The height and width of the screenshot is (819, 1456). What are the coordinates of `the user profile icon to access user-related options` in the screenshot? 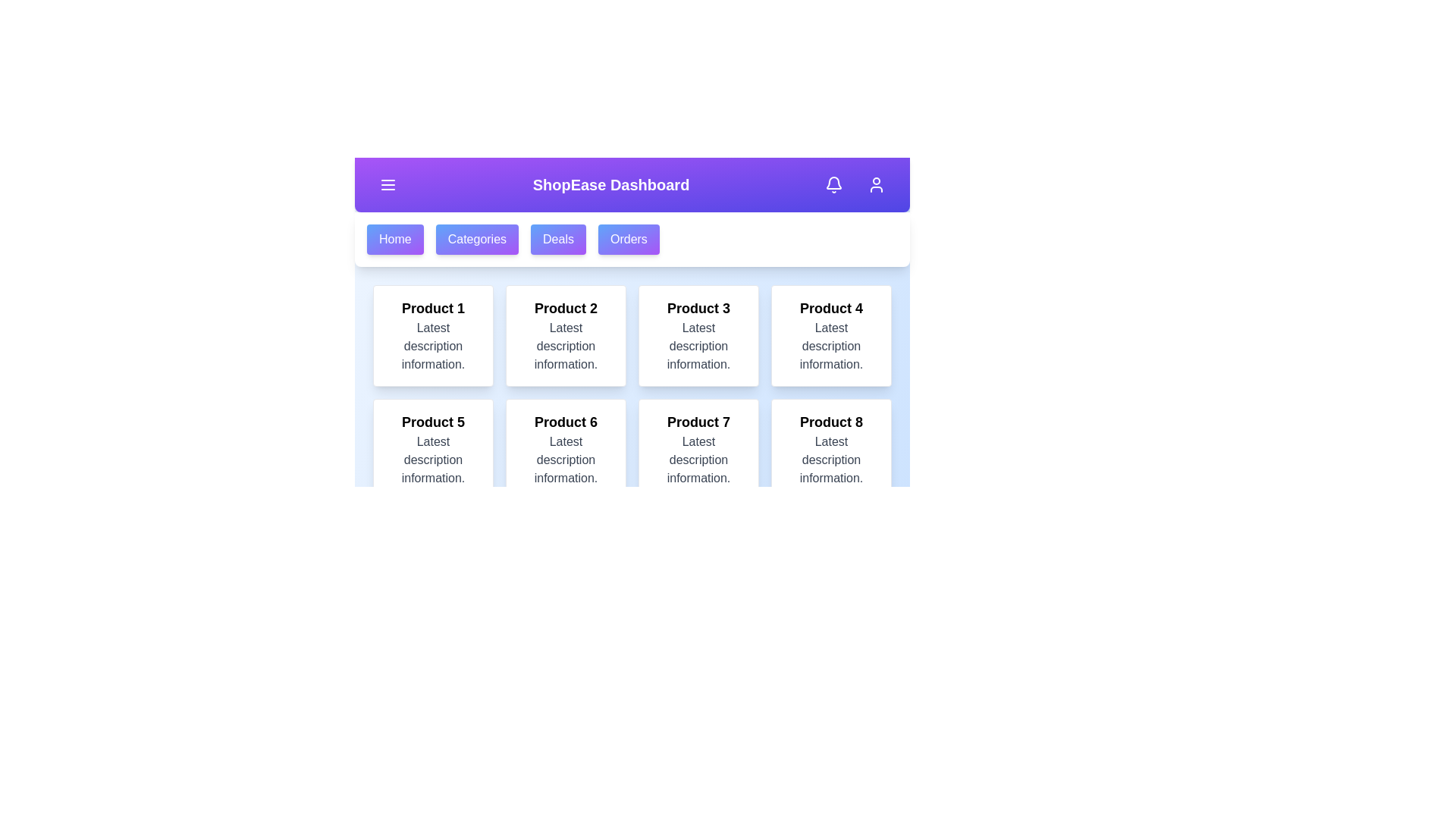 It's located at (877, 184).